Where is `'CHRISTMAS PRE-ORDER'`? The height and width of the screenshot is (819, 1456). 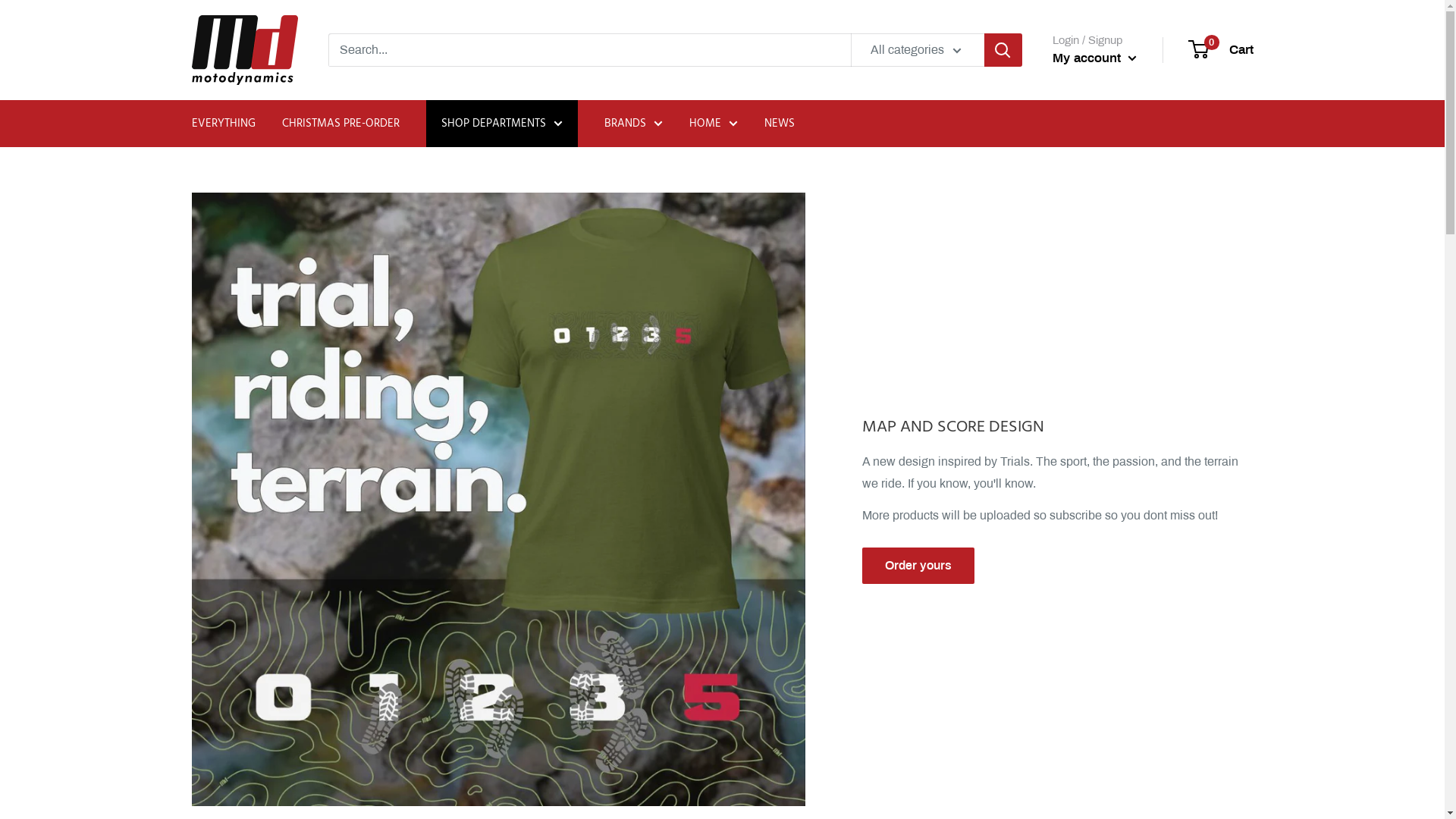
'CHRISTMAS PRE-ORDER' is located at coordinates (340, 122).